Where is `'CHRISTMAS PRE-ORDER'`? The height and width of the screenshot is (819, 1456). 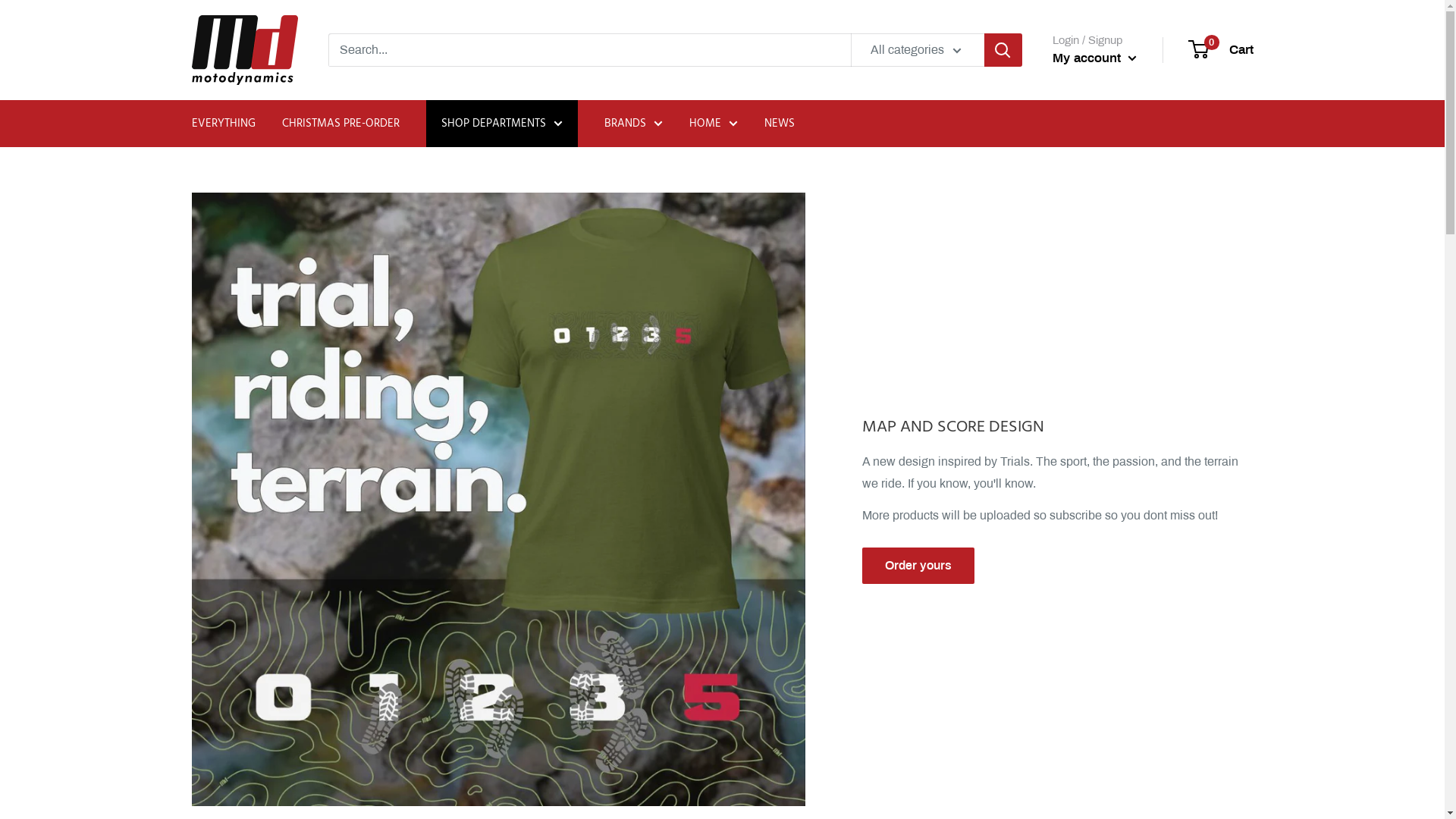
'CHRISTMAS PRE-ORDER' is located at coordinates (340, 122).